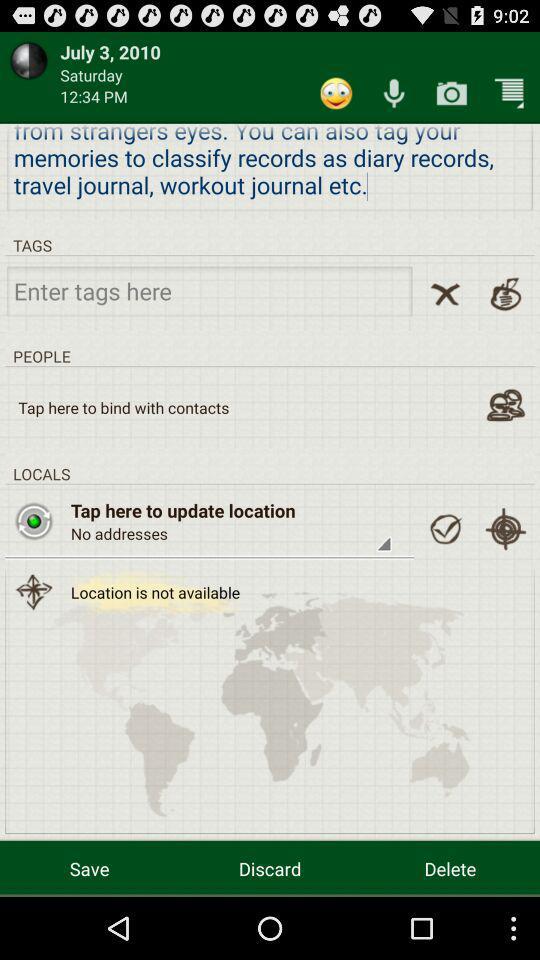  Describe the element at coordinates (509, 93) in the screenshot. I see `menu button` at that location.